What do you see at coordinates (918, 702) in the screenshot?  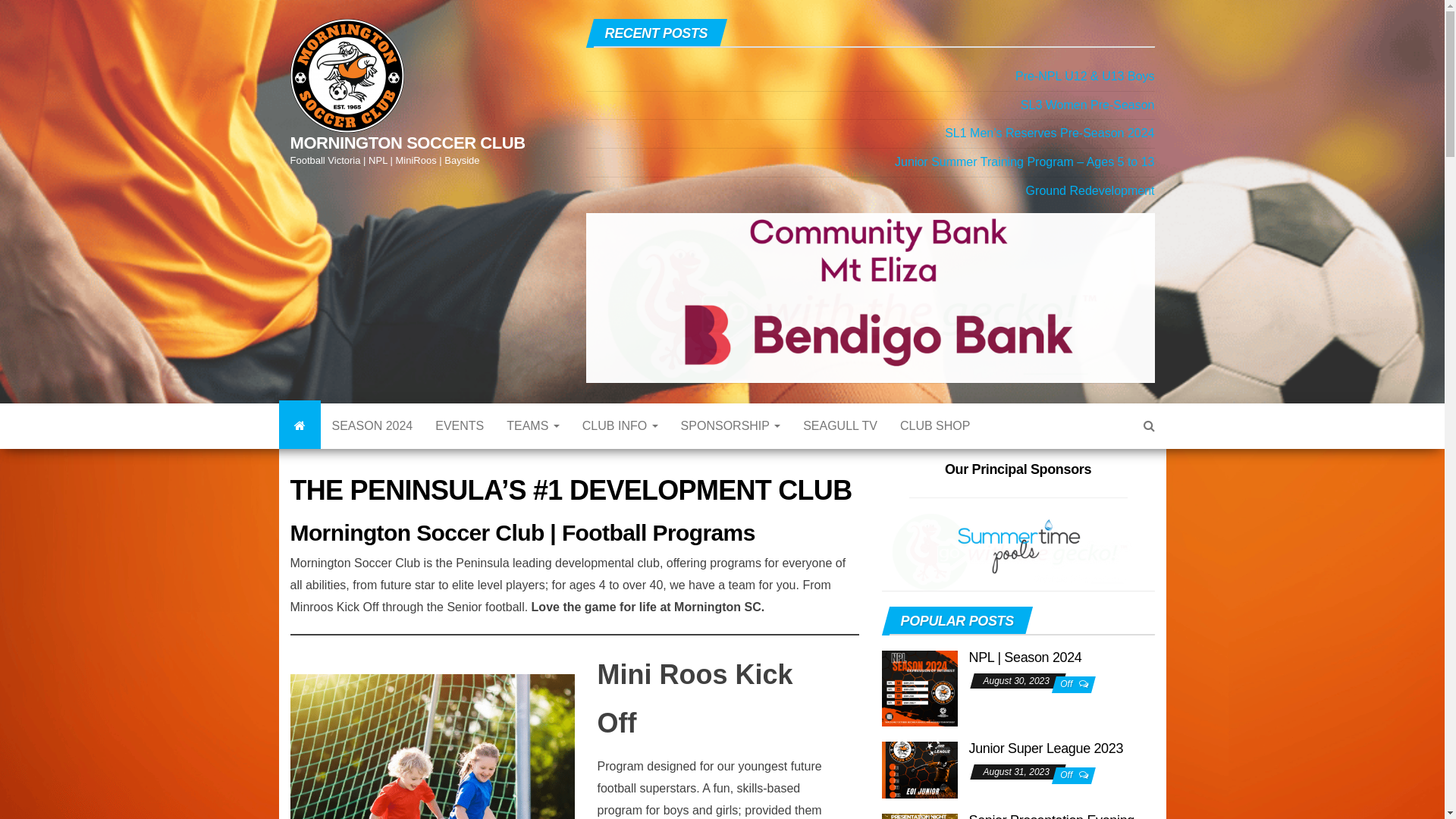 I see `'NPL | Season 2024'` at bounding box center [918, 702].